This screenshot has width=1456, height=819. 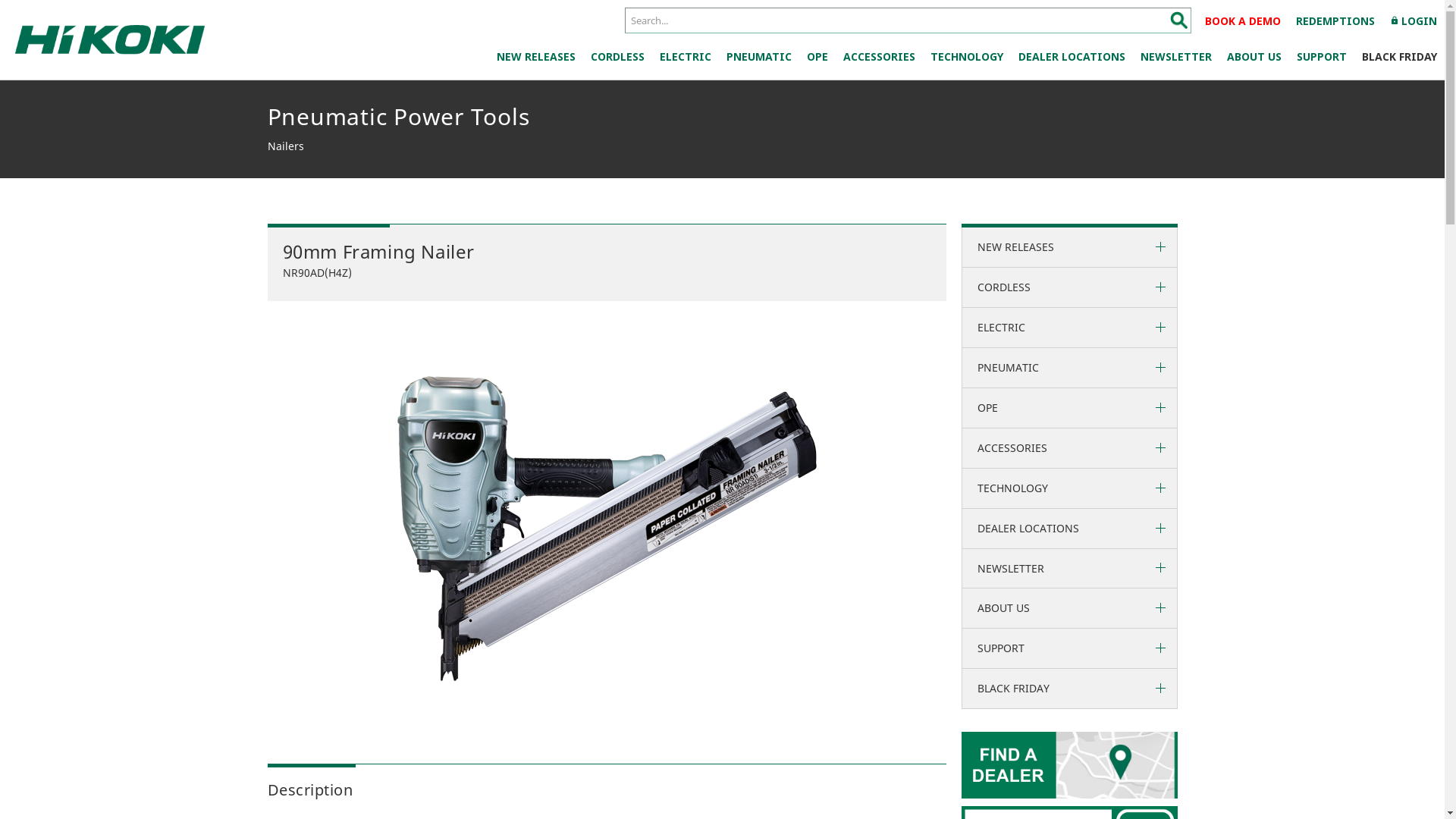 I want to click on 'NEWSLETTER', so click(x=1068, y=568).